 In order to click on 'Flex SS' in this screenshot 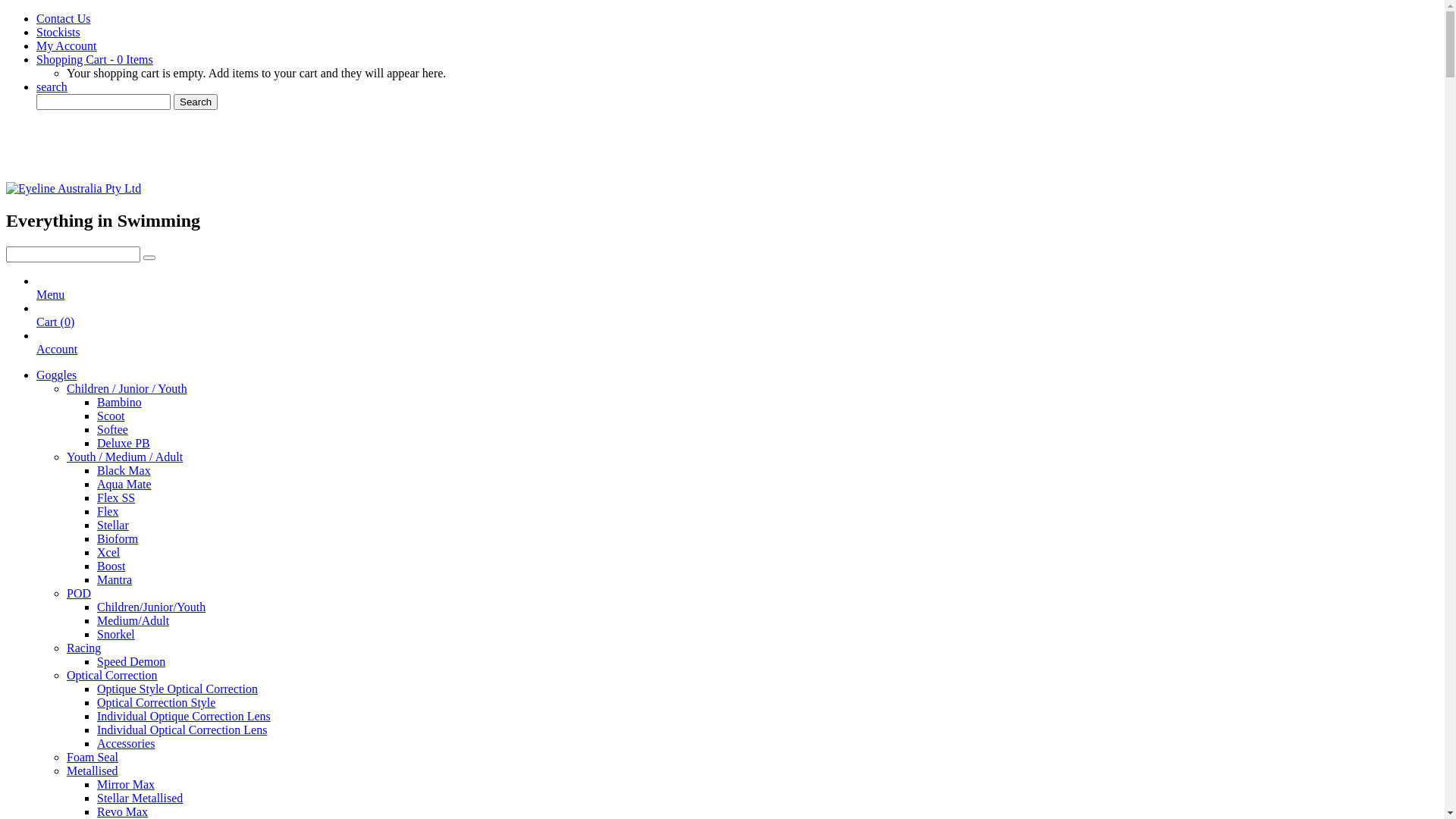, I will do `click(115, 497)`.